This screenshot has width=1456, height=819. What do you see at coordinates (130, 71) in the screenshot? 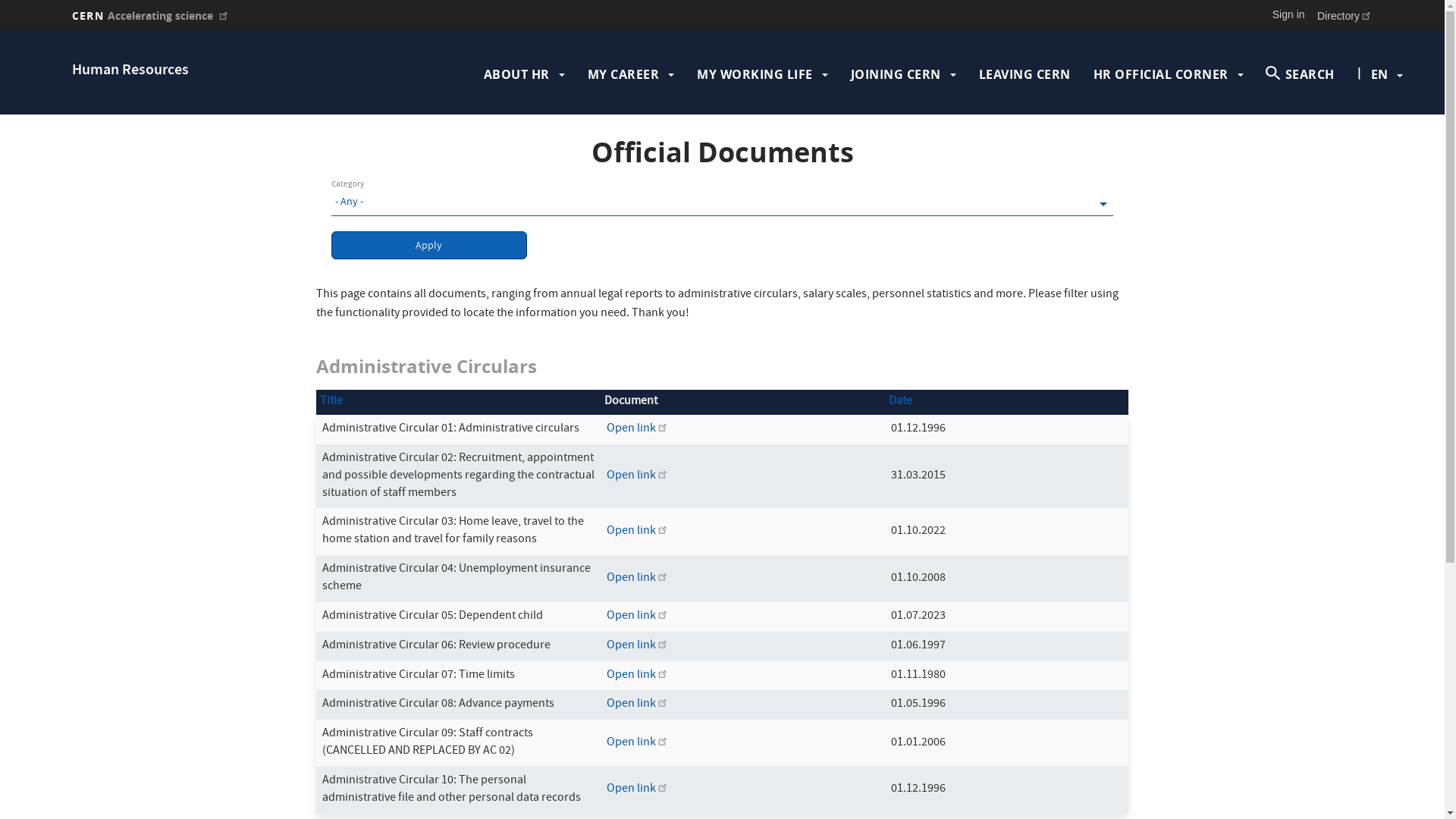
I see `'Human Resources'` at bounding box center [130, 71].